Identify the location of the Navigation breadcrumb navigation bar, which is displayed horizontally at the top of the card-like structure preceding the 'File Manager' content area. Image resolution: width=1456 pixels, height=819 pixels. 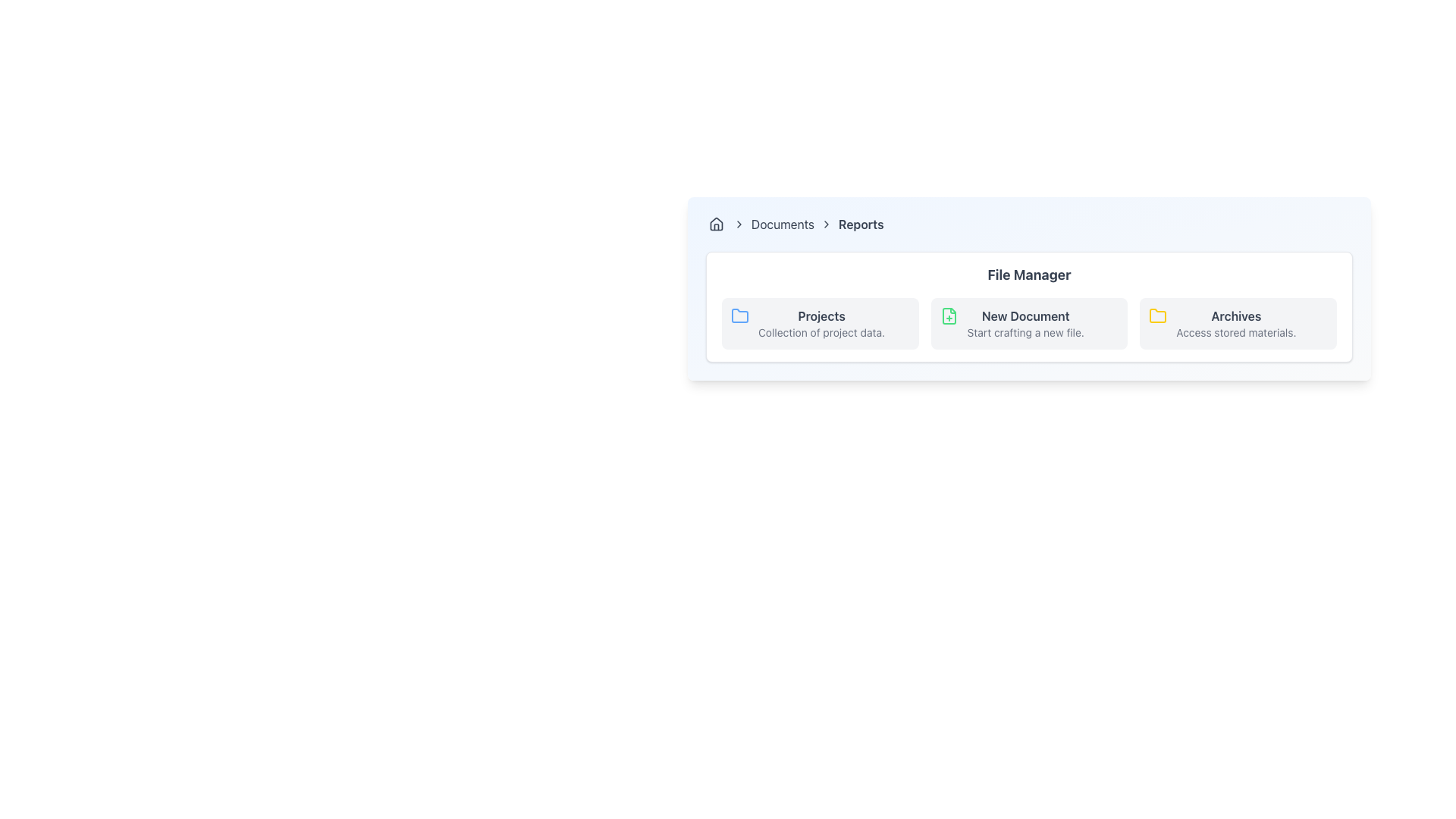
(1029, 224).